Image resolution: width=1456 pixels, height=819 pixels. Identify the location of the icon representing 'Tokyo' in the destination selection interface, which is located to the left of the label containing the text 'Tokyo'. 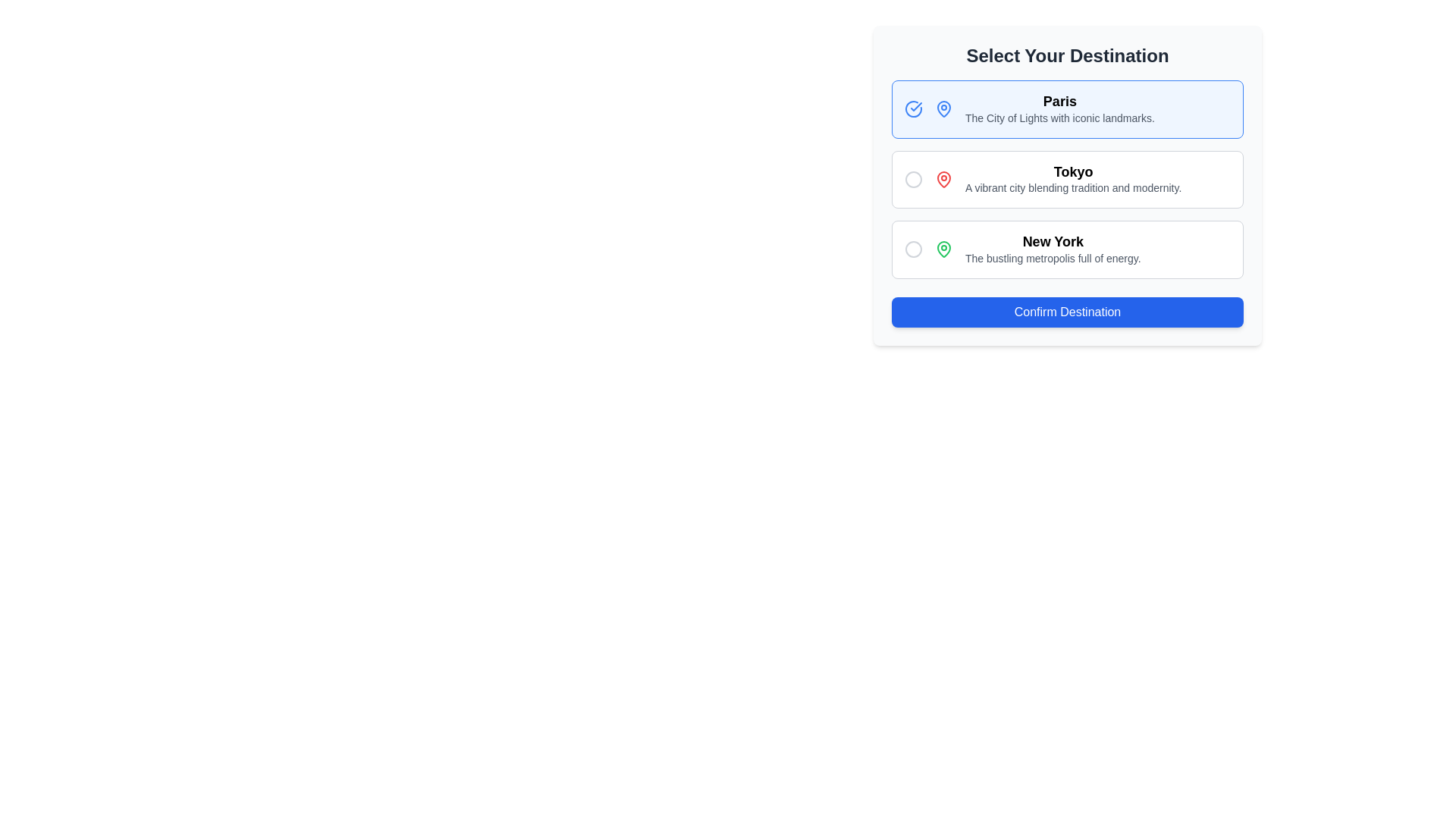
(943, 178).